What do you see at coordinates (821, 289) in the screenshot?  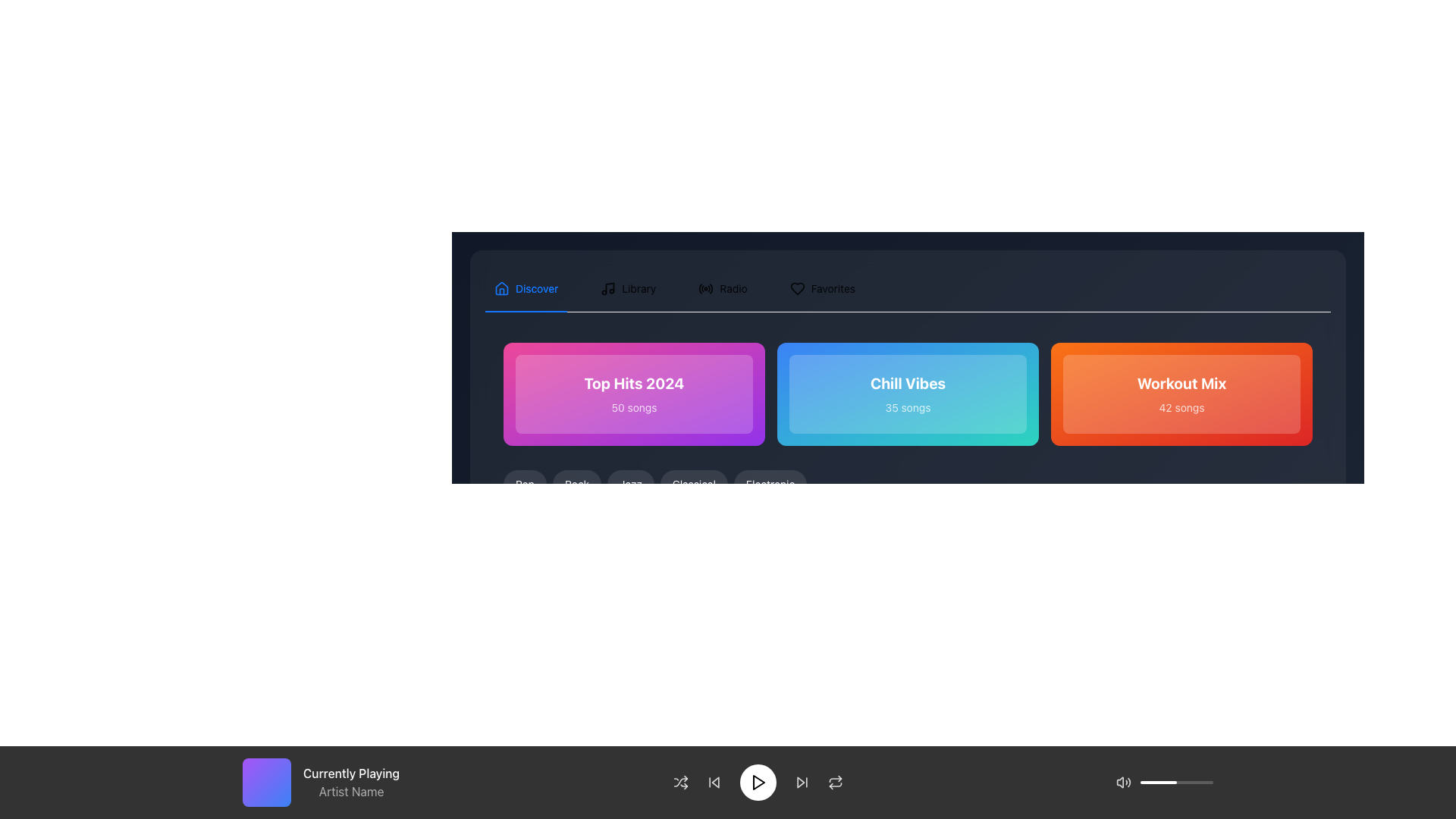 I see `the 'Favorites' tab, which is the fourth tab in the navigation bar located at the top of the interface, styled with dark text and a heart icon` at bounding box center [821, 289].